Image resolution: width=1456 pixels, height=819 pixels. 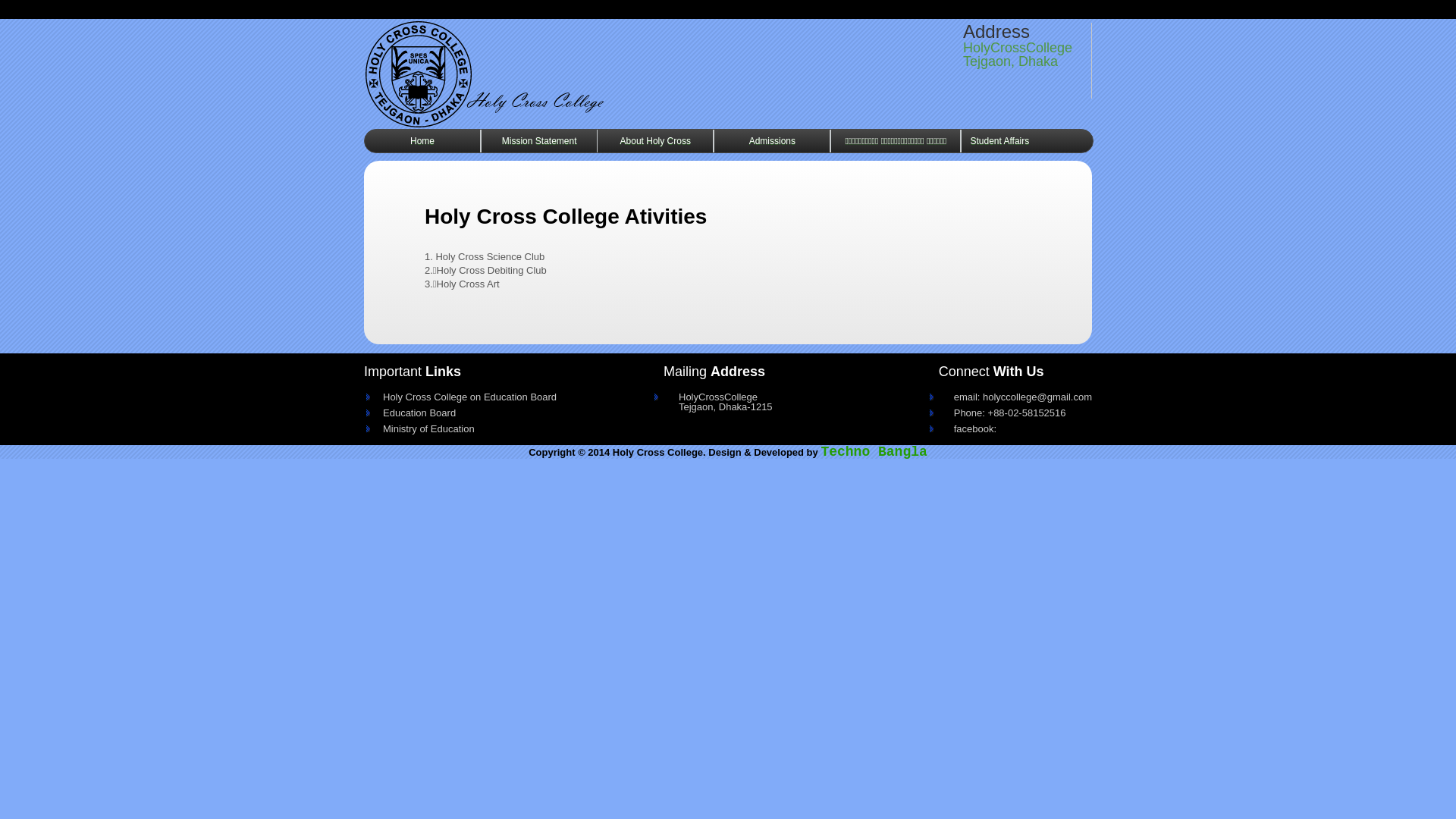 I want to click on 'About Holy Cross', so click(x=596, y=140).